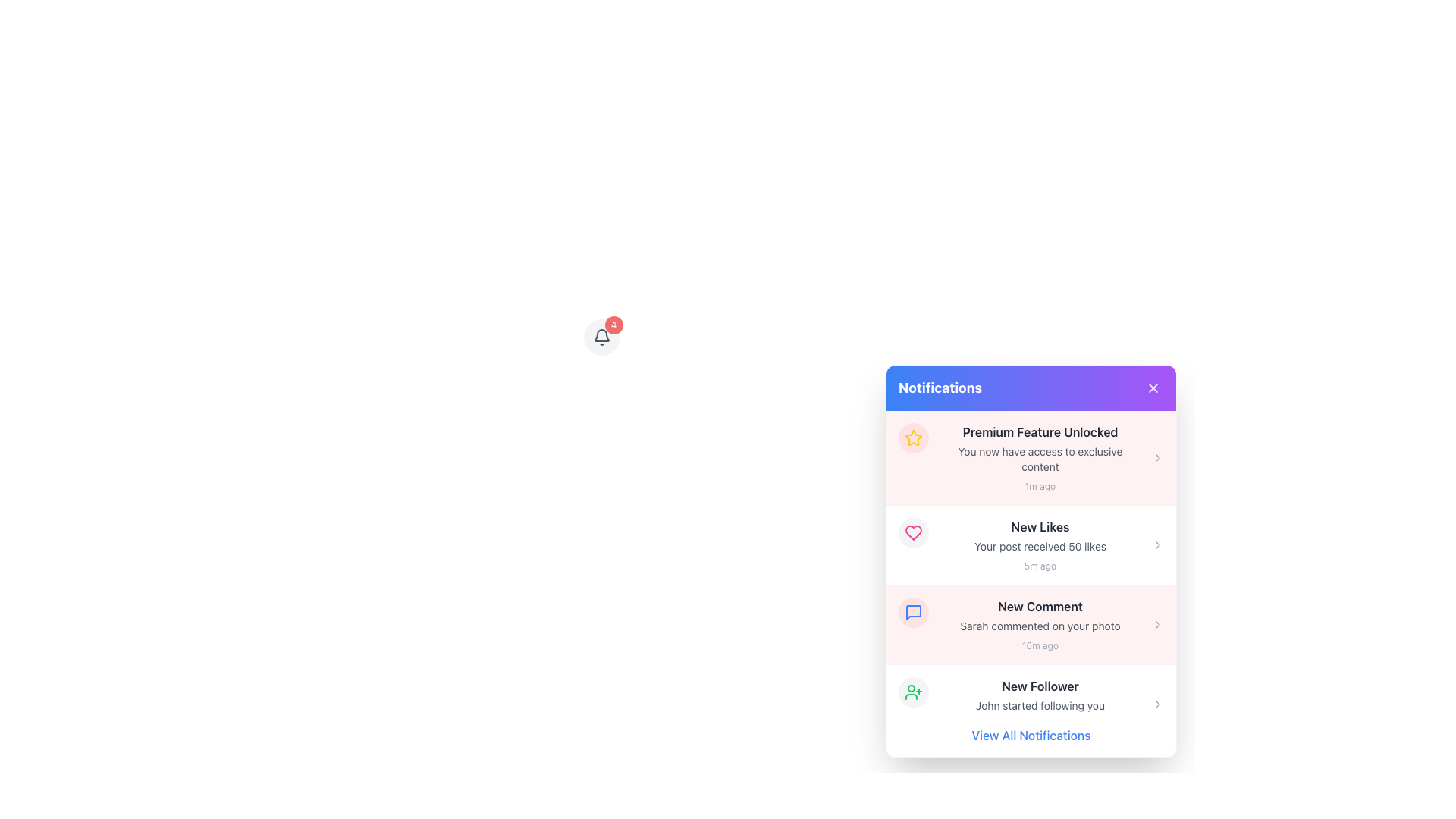  What do you see at coordinates (1153, 388) in the screenshot?
I see `the close button located in the top-right corner of the Notifications pop-up panel` at bounding box center [1153, 388].